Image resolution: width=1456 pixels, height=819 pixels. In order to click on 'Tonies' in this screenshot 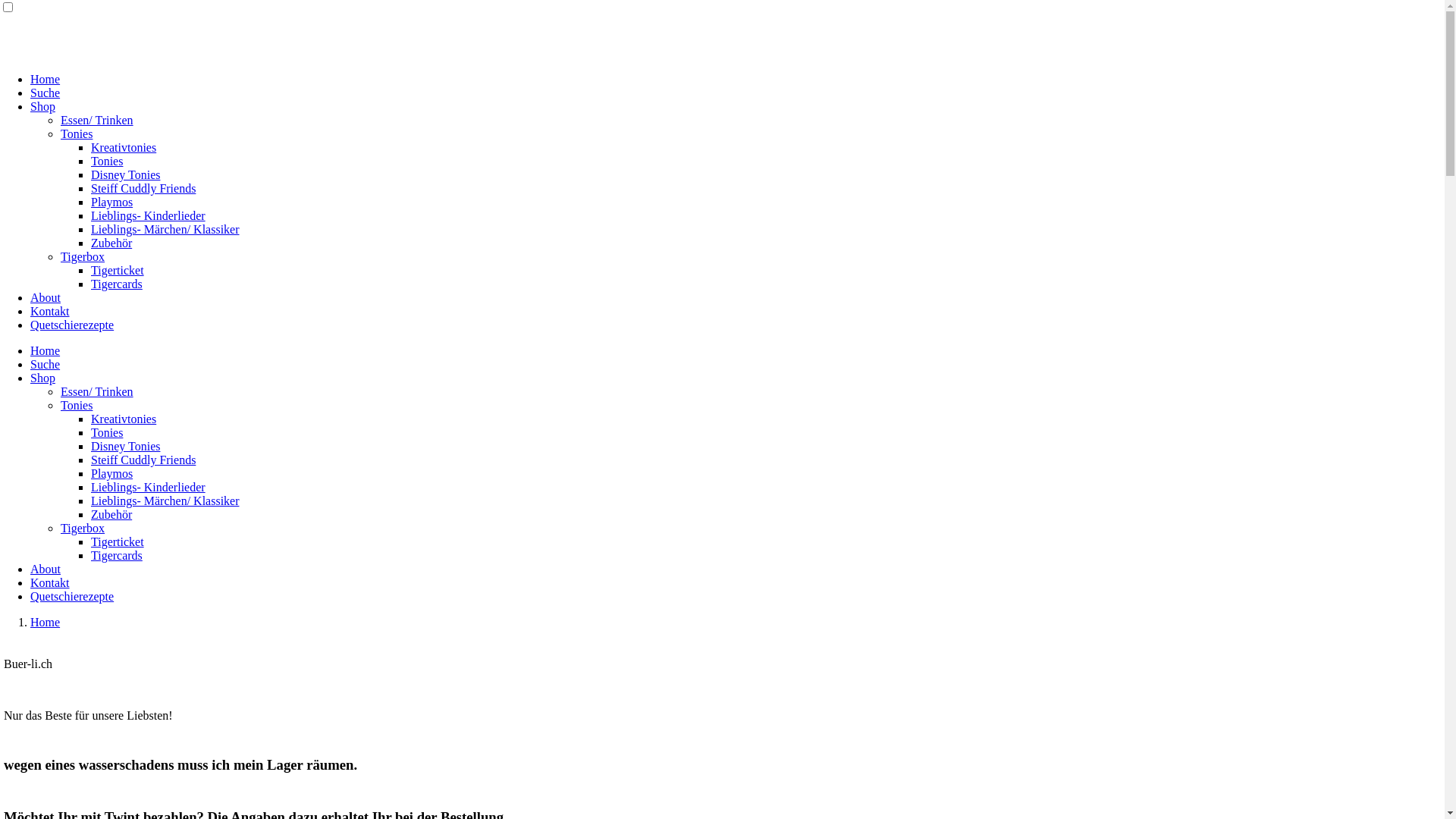, I will do `click(75, 404)`.